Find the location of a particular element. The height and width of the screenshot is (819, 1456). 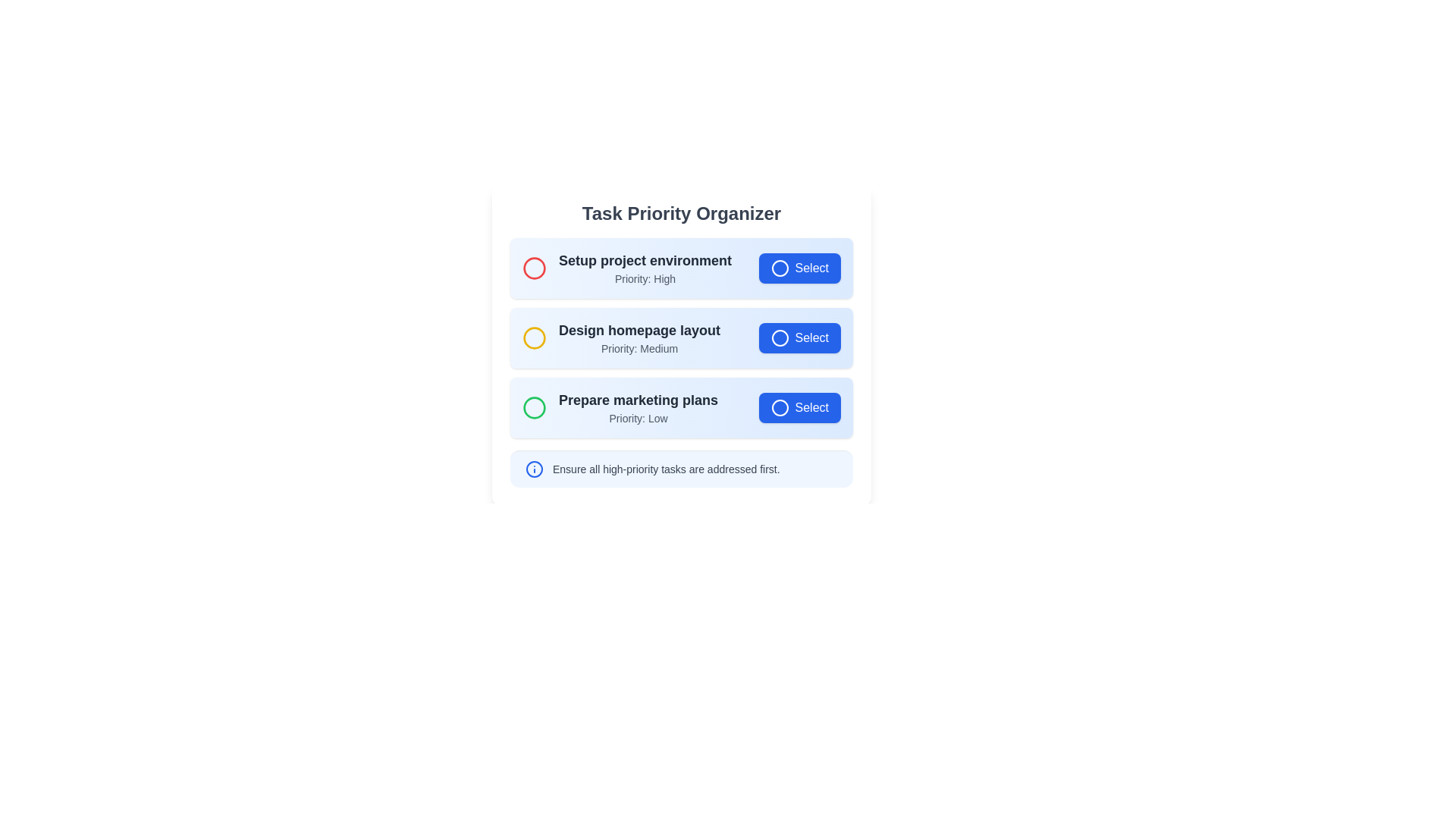

the text label that provides information about the task, specifically its title and priority level, which is centered between a red circular icon and a blue 'Select' button in the top task entry is located at coordinates (645, 268).